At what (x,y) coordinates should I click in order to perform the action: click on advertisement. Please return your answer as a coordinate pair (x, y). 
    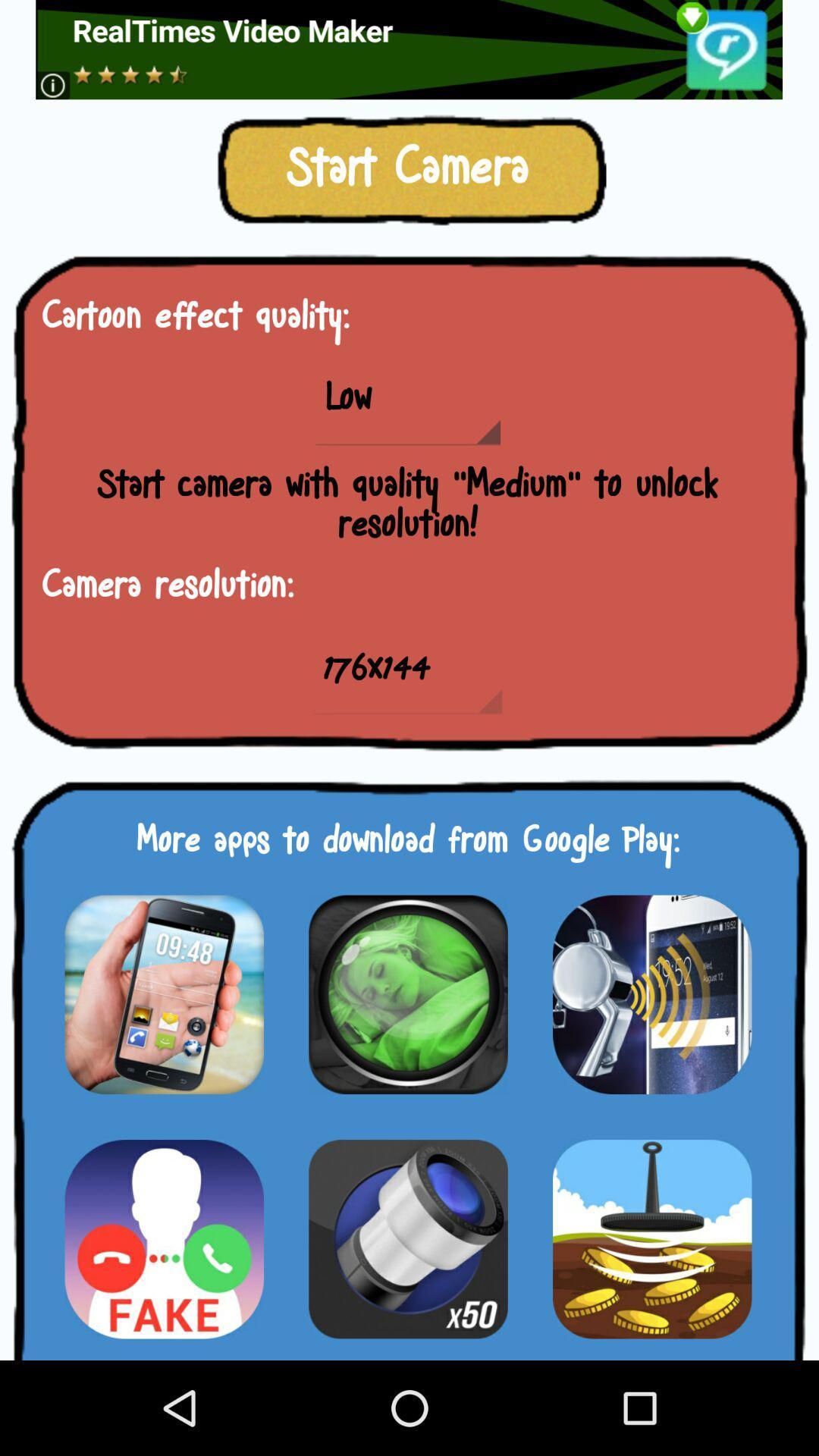
    Looking at the image, I should click on (164, 1238).